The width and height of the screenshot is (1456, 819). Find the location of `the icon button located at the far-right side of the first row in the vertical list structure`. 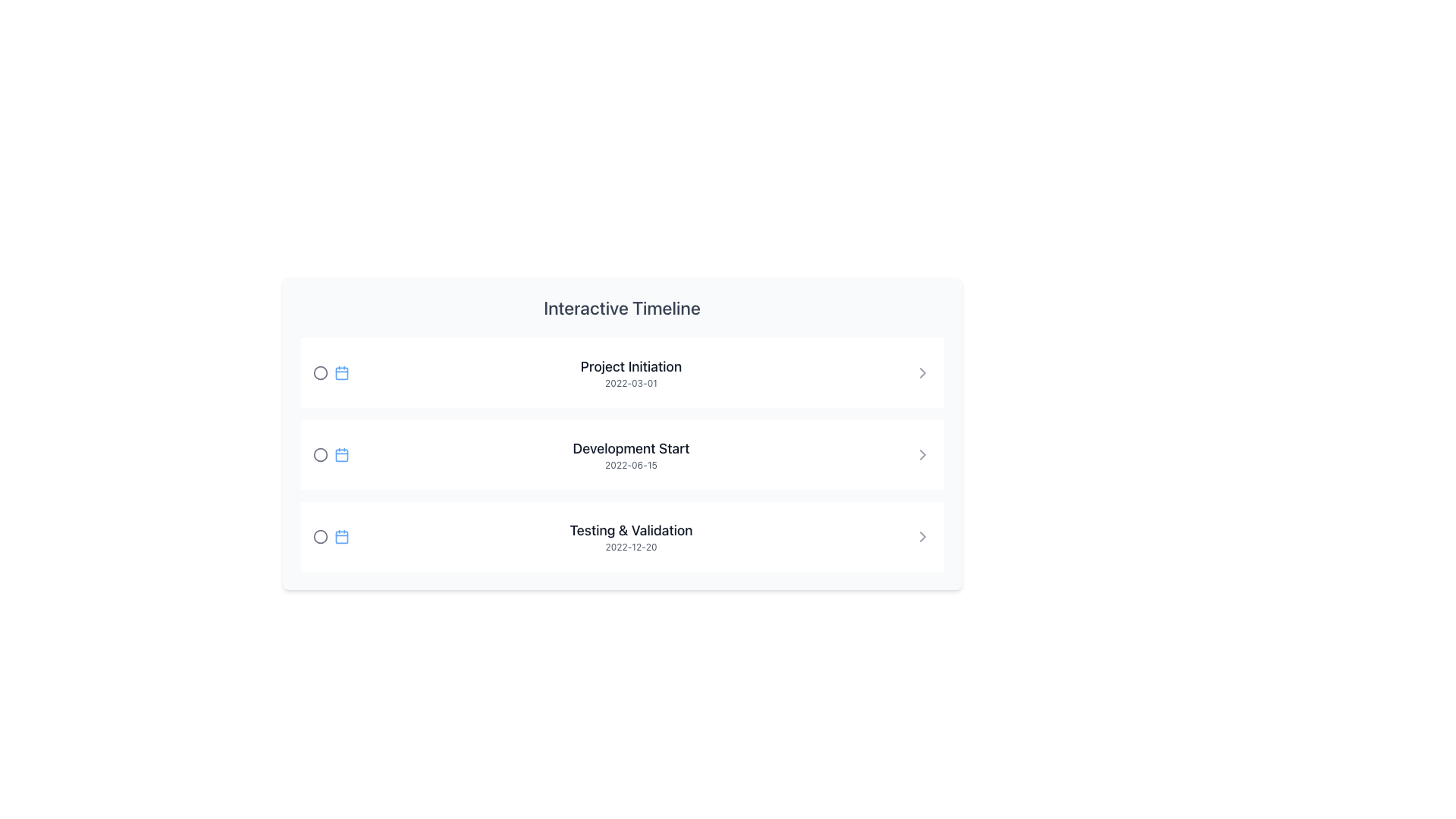

the icon button located at the far-right side of the first row in the vertical list structure is located at coordinates (921, 373).